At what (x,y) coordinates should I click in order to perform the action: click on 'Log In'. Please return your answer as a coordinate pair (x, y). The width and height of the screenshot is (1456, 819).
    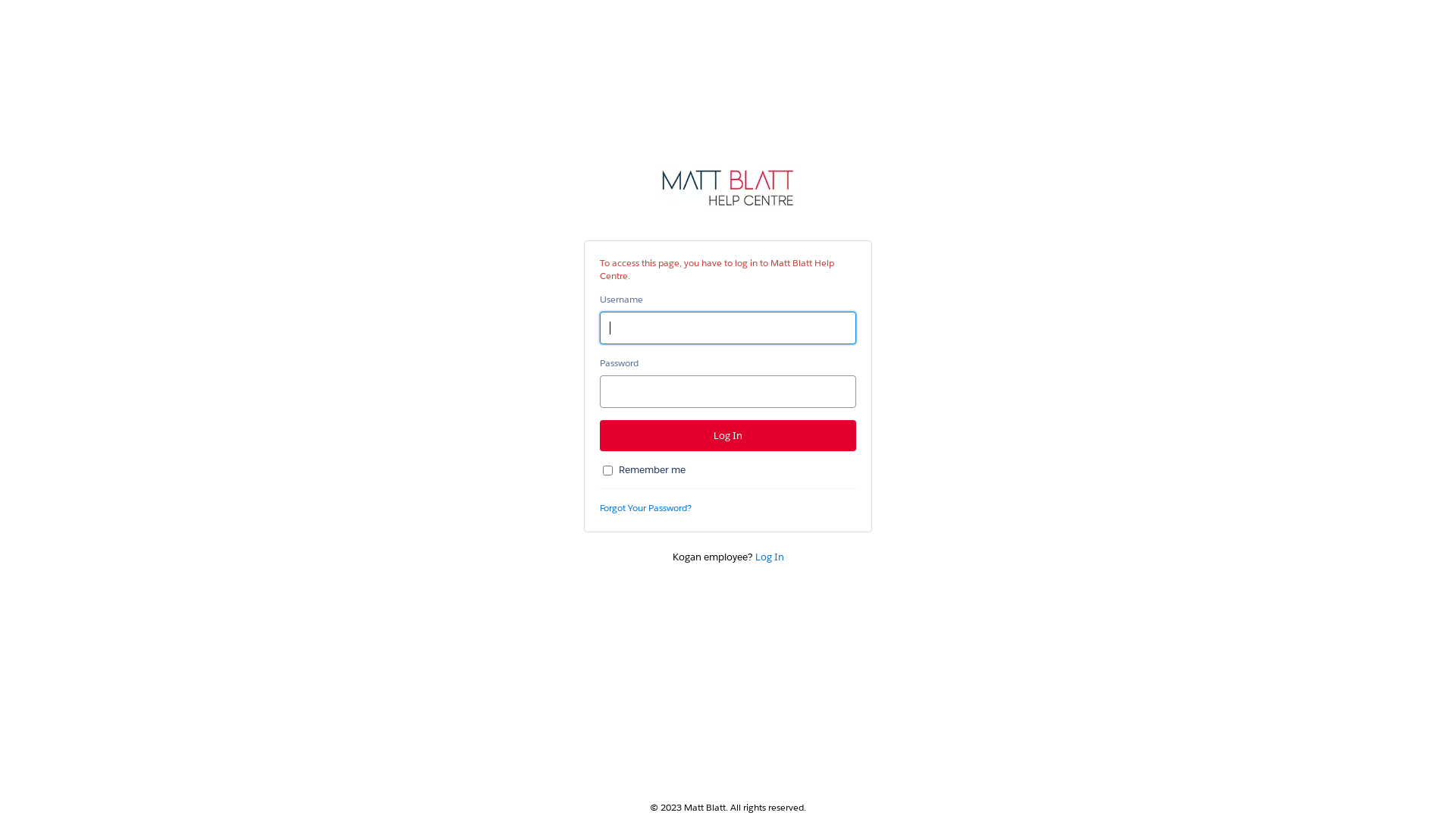
    Looking at the image, I should click on (728, 435).